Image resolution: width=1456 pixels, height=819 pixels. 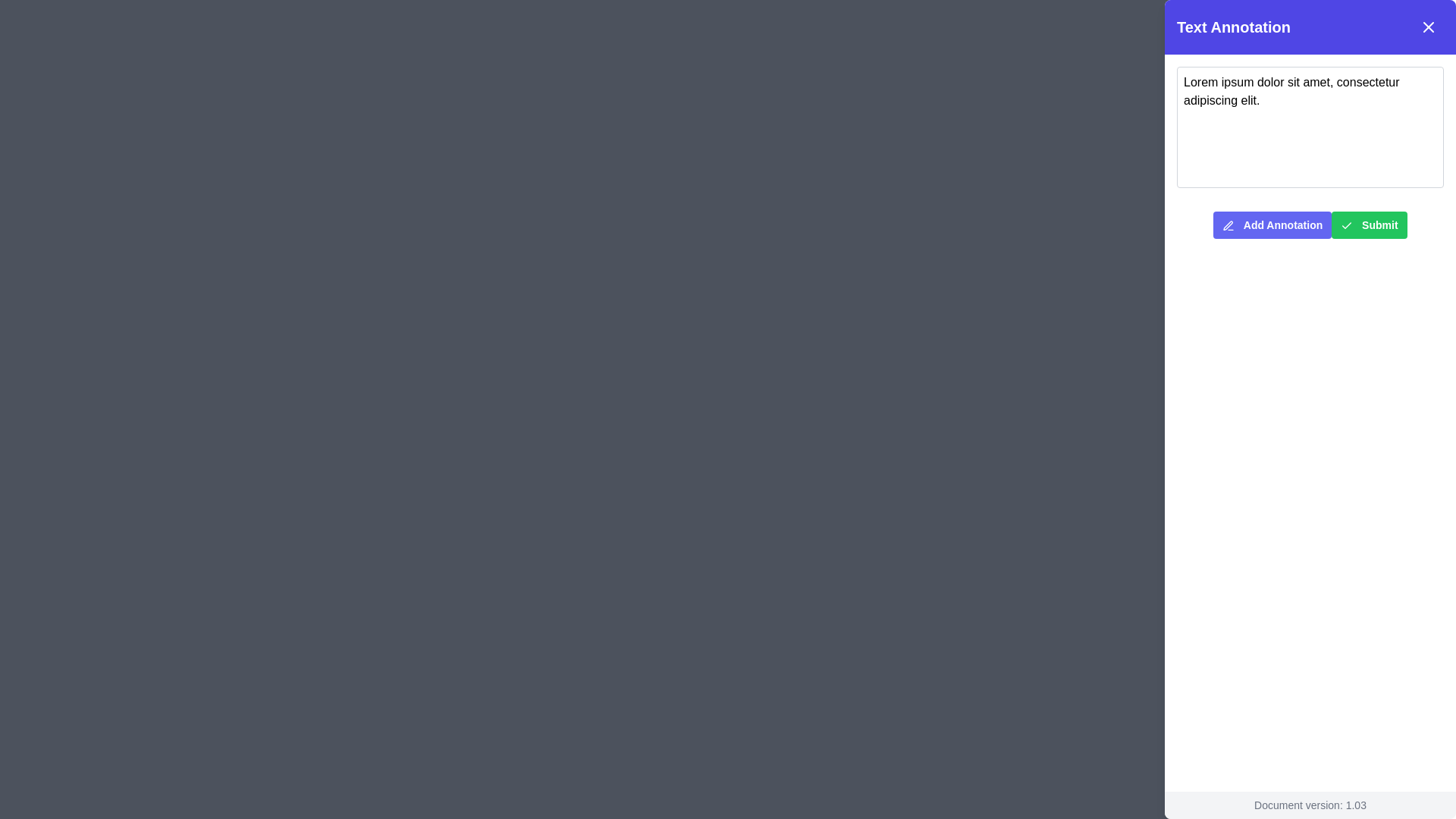 What do you see at coordinates (1234, 27) in the screenshot?
I see `the text label 'Text Annotation' which is styled in bold with a large font size, located at the top of the right-hand panel on the left side of the header section` at bounding box center [1234, 27].